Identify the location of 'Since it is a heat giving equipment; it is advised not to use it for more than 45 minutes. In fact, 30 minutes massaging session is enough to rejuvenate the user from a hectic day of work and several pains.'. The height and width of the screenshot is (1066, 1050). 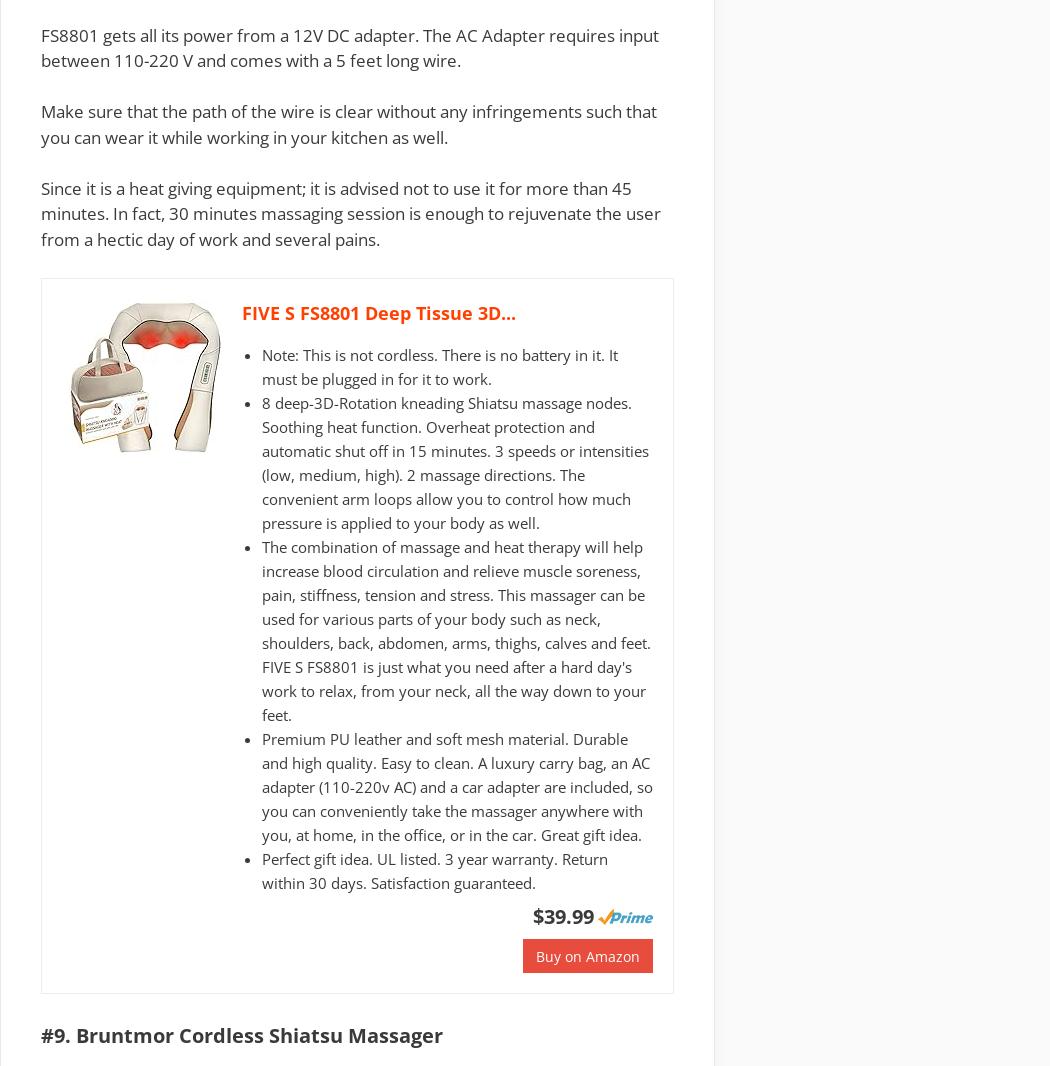
(350, 211).